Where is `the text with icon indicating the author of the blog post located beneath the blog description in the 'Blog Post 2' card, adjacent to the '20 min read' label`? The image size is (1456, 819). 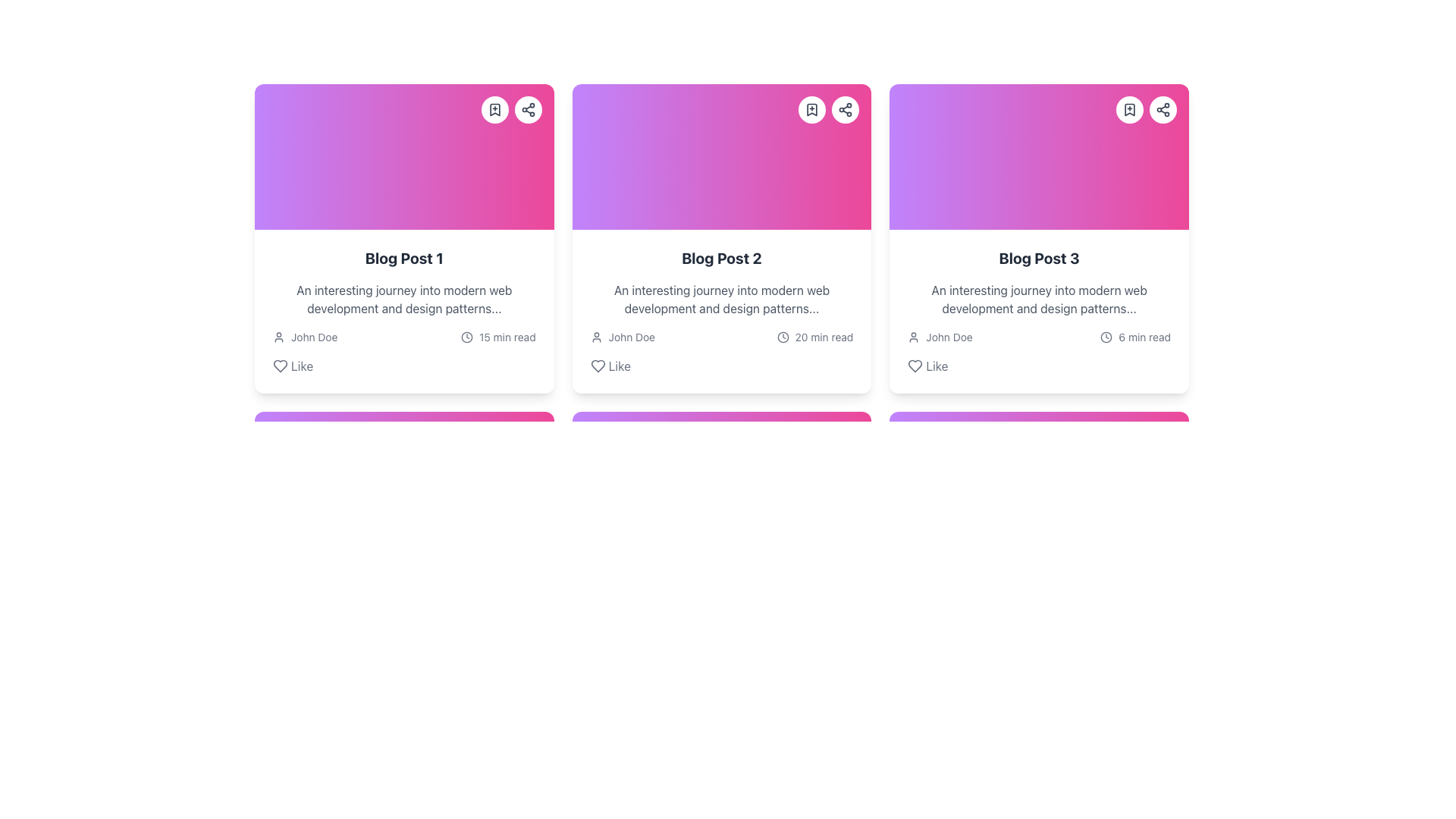 the text with icon indicating the author of the blog post located beneath the blog description in the 'Blog Post 2' card, adjacent to the '20 min read' label is located at coordinates (623, 336).